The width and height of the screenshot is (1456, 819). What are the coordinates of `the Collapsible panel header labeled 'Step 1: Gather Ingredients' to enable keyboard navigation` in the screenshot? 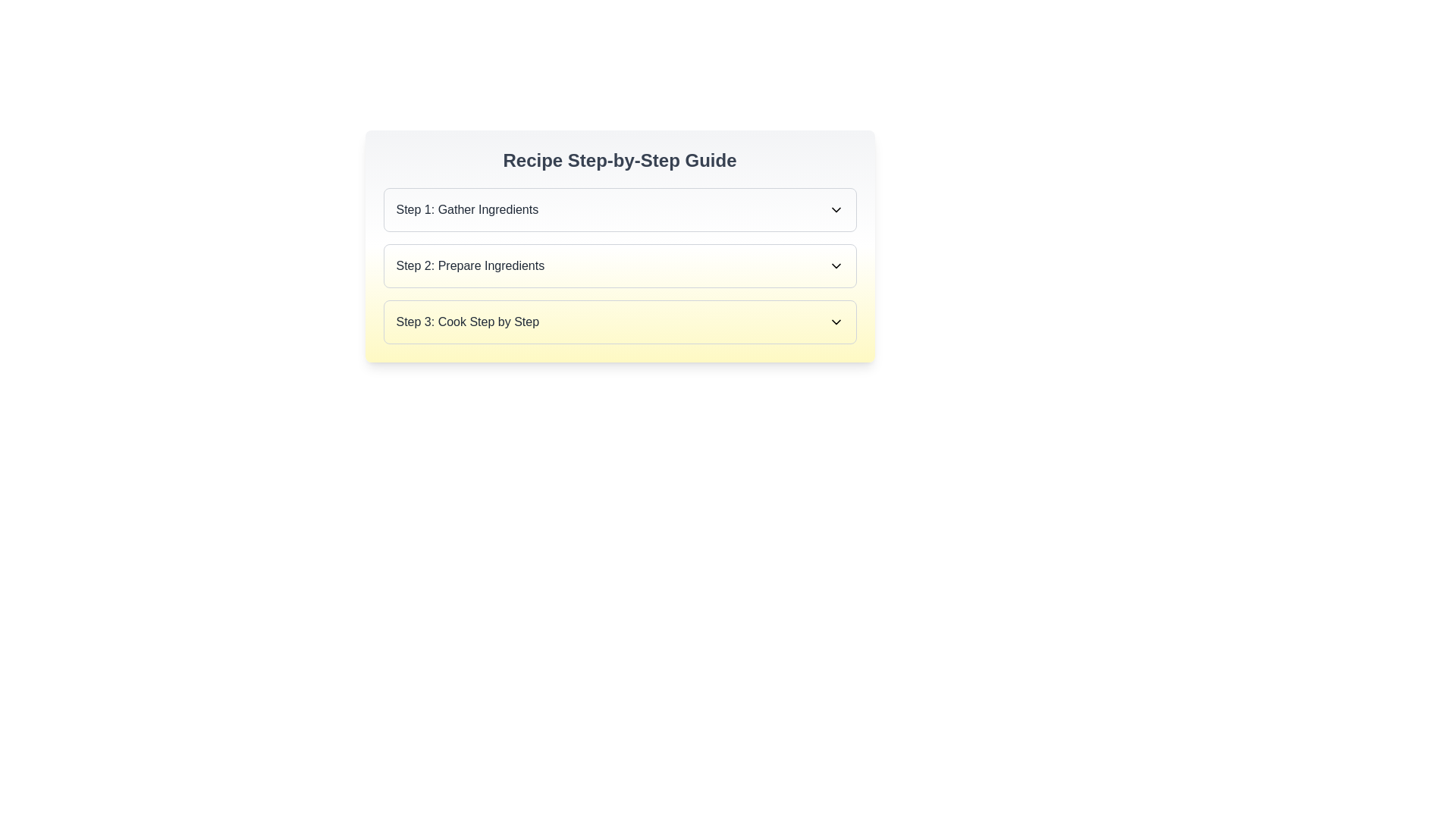 It's located at (620, 210).